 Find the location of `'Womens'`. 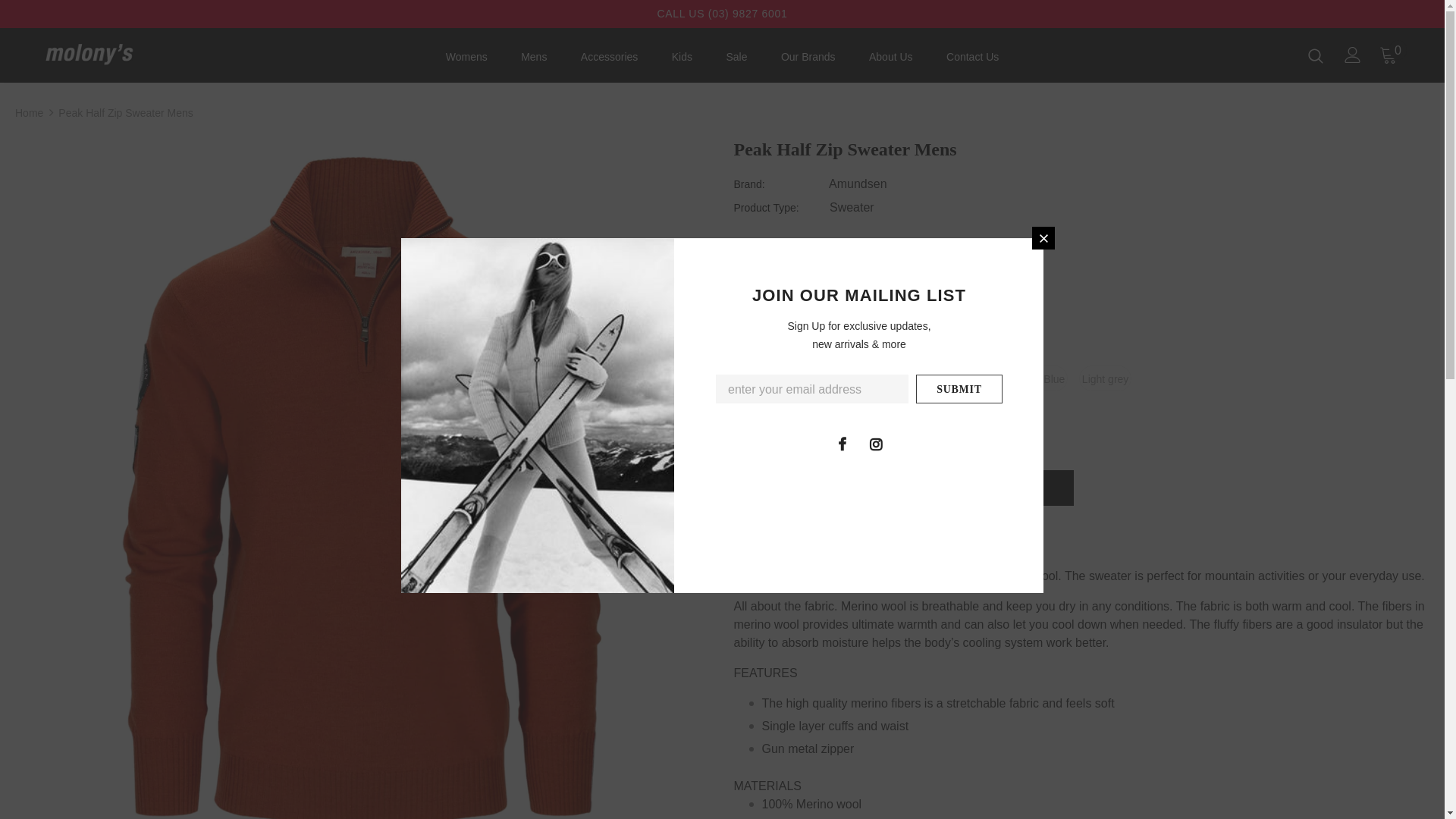

'Womens' is located at coordinates (466, 60).